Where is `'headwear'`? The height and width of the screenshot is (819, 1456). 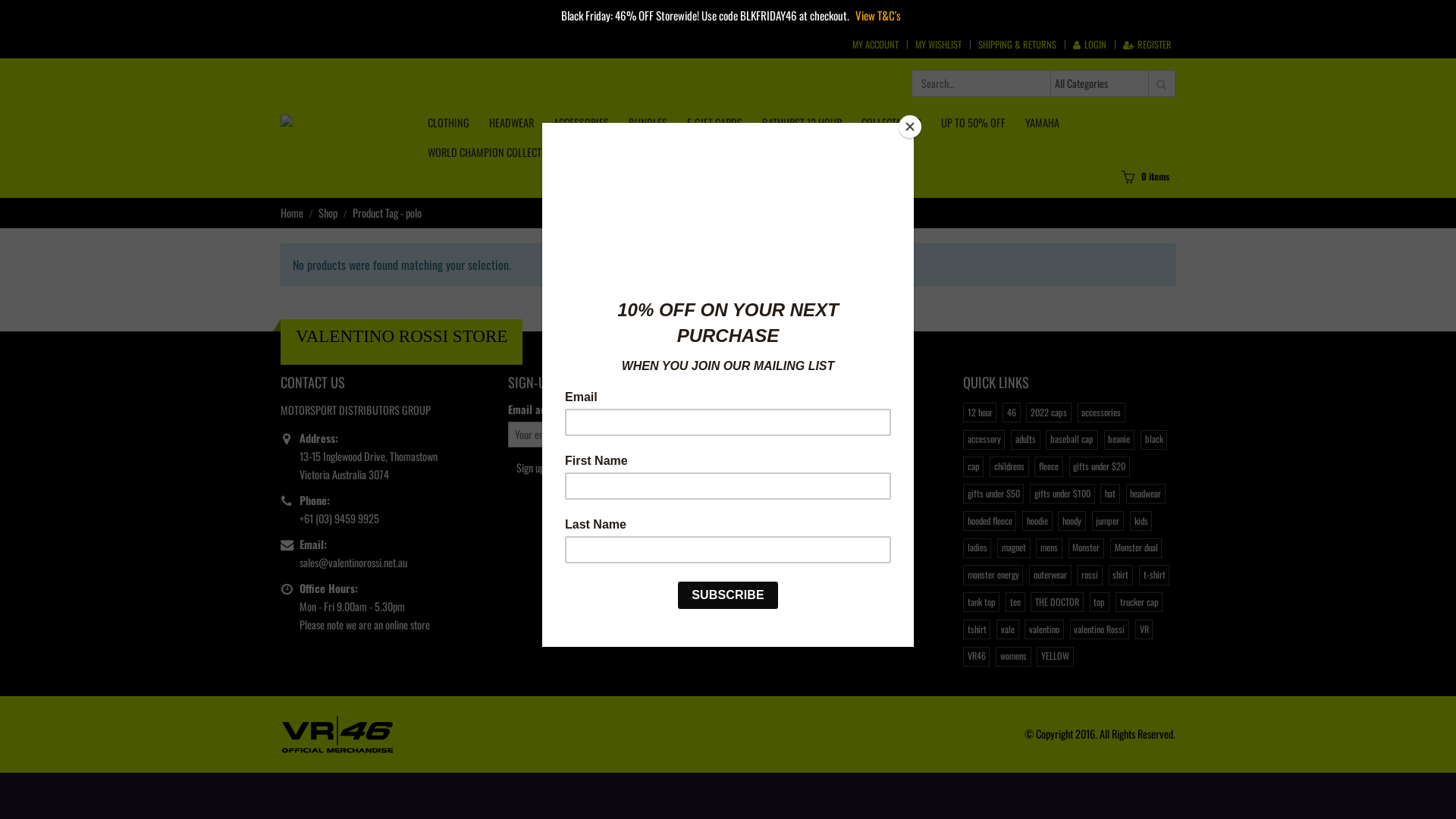
'headwear' is located at coordinates (1146, 494).